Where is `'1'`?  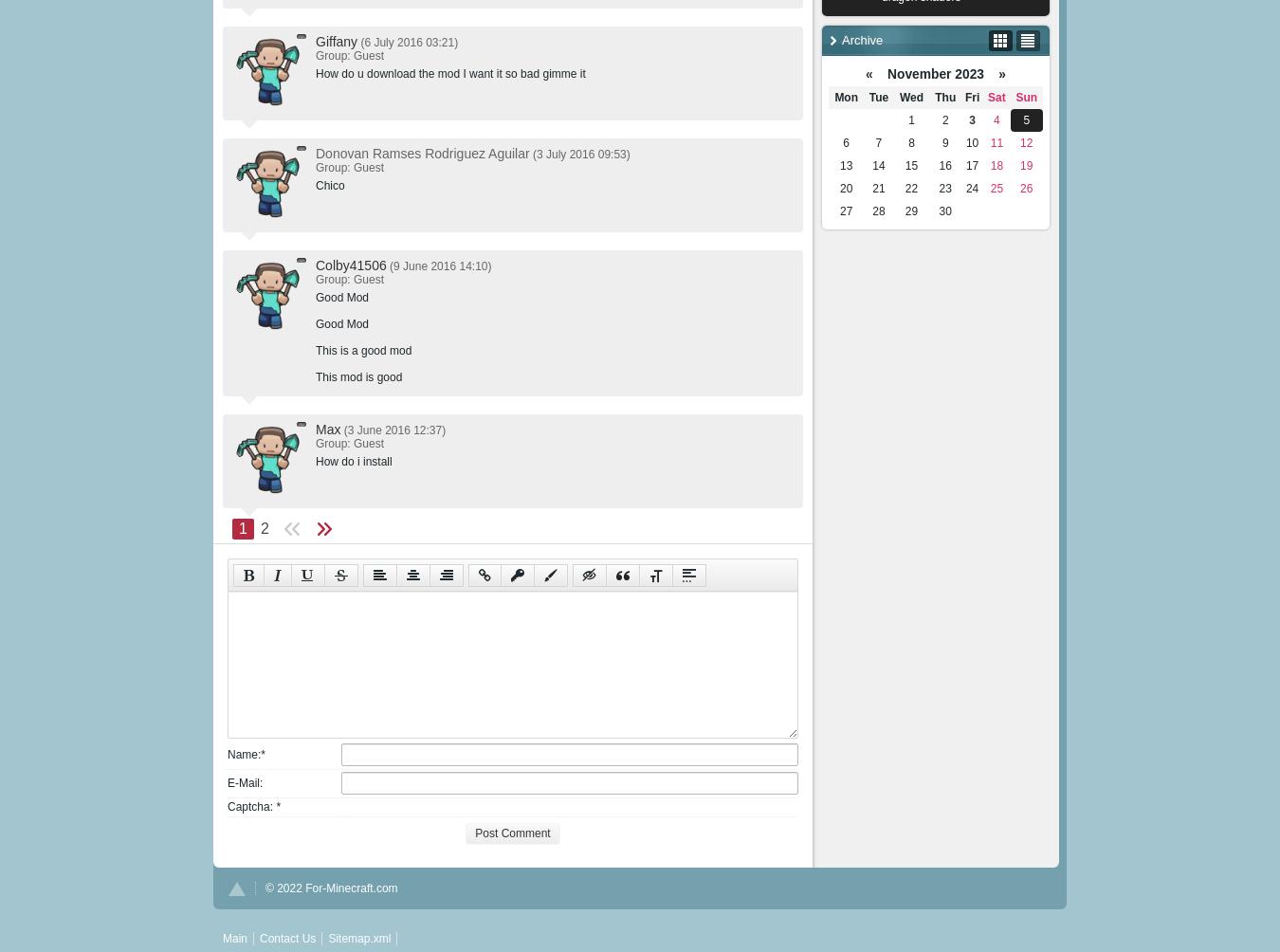 '1' is located at coordinates (910, 119).